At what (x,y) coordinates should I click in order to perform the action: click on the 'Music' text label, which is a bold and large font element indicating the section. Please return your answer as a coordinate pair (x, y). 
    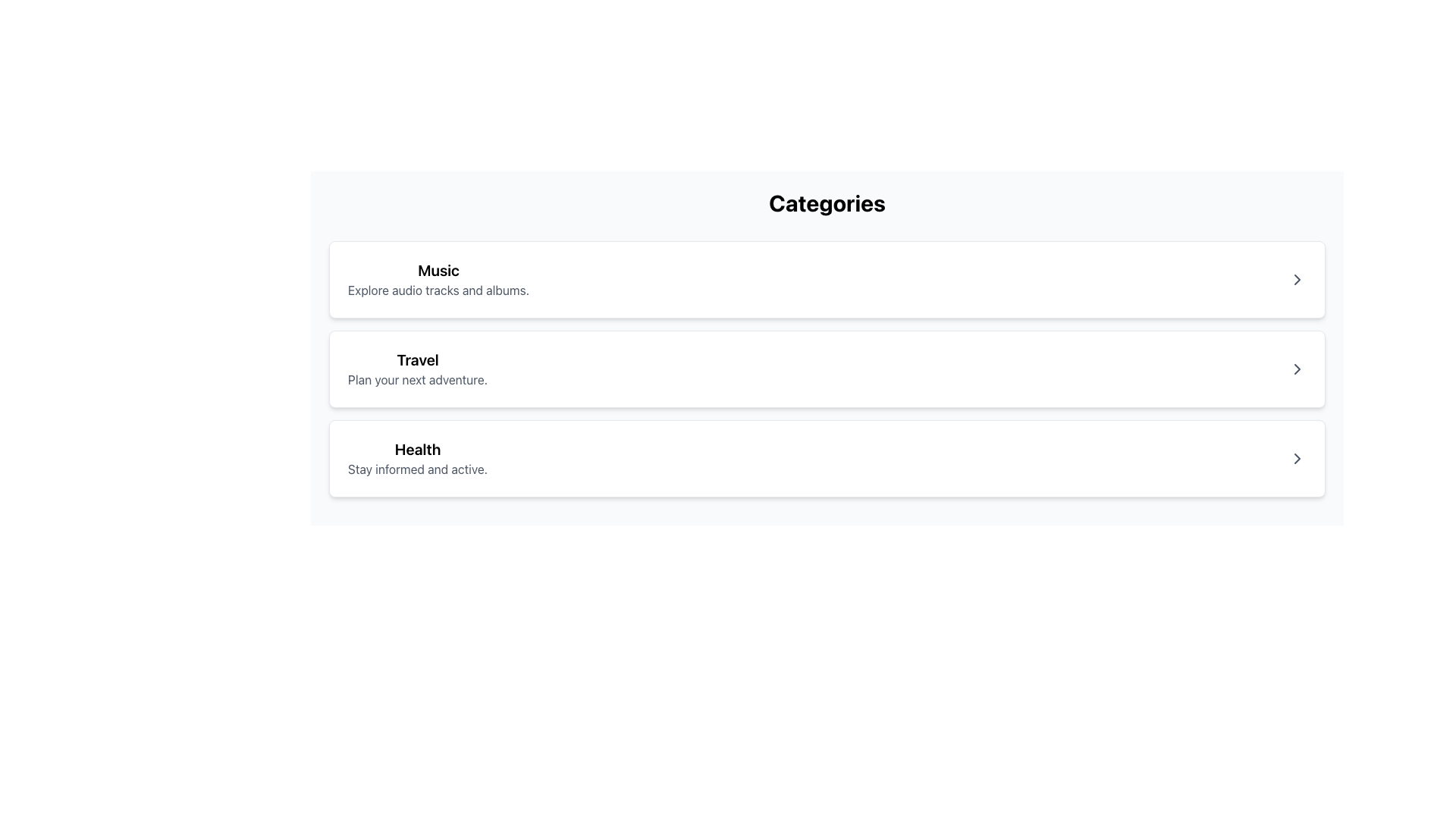
    Looking at the image, I should click on (438, 270).